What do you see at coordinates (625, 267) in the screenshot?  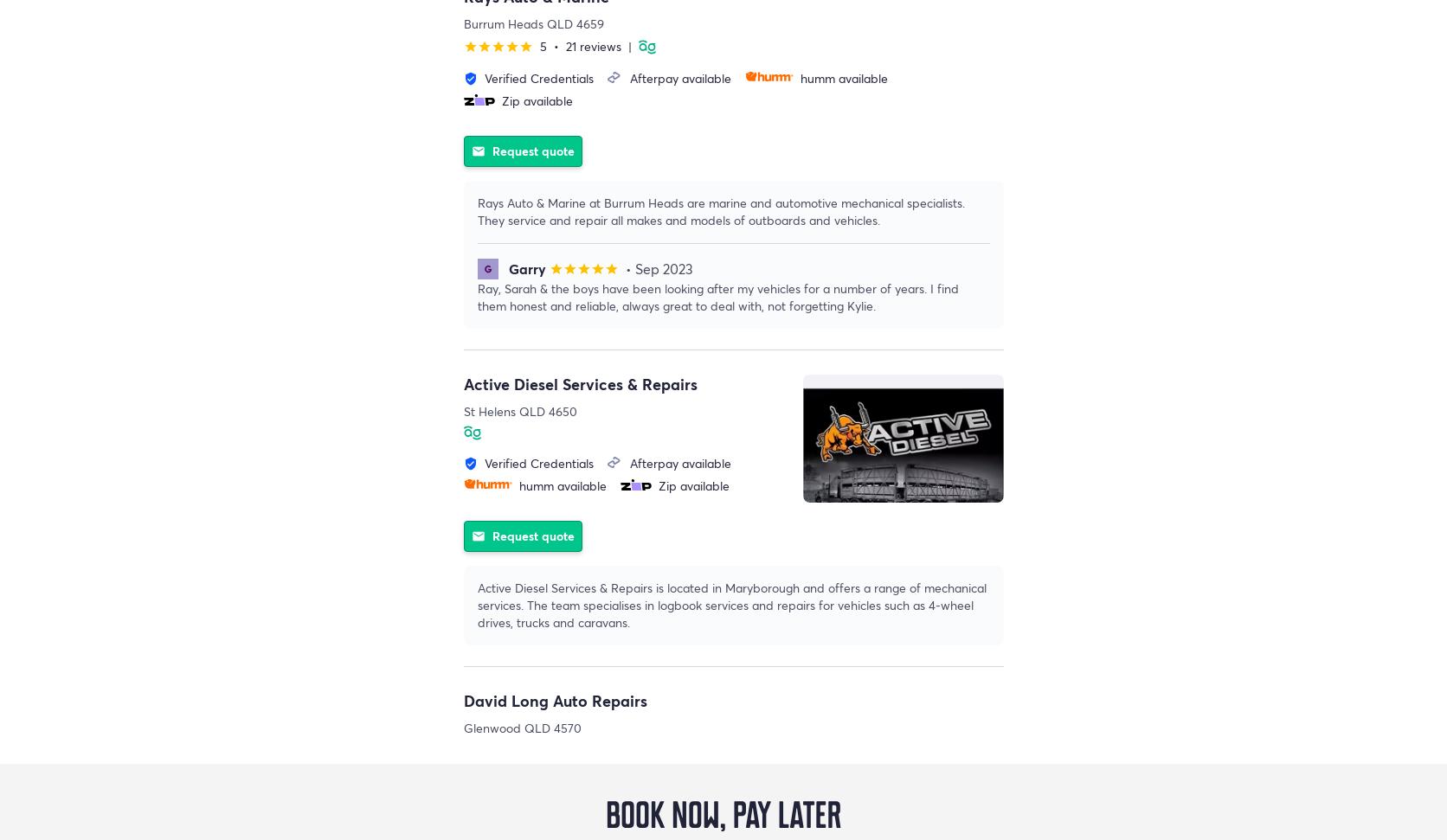 I see `'• Sep 2023'` at bounding box center [625, 267].